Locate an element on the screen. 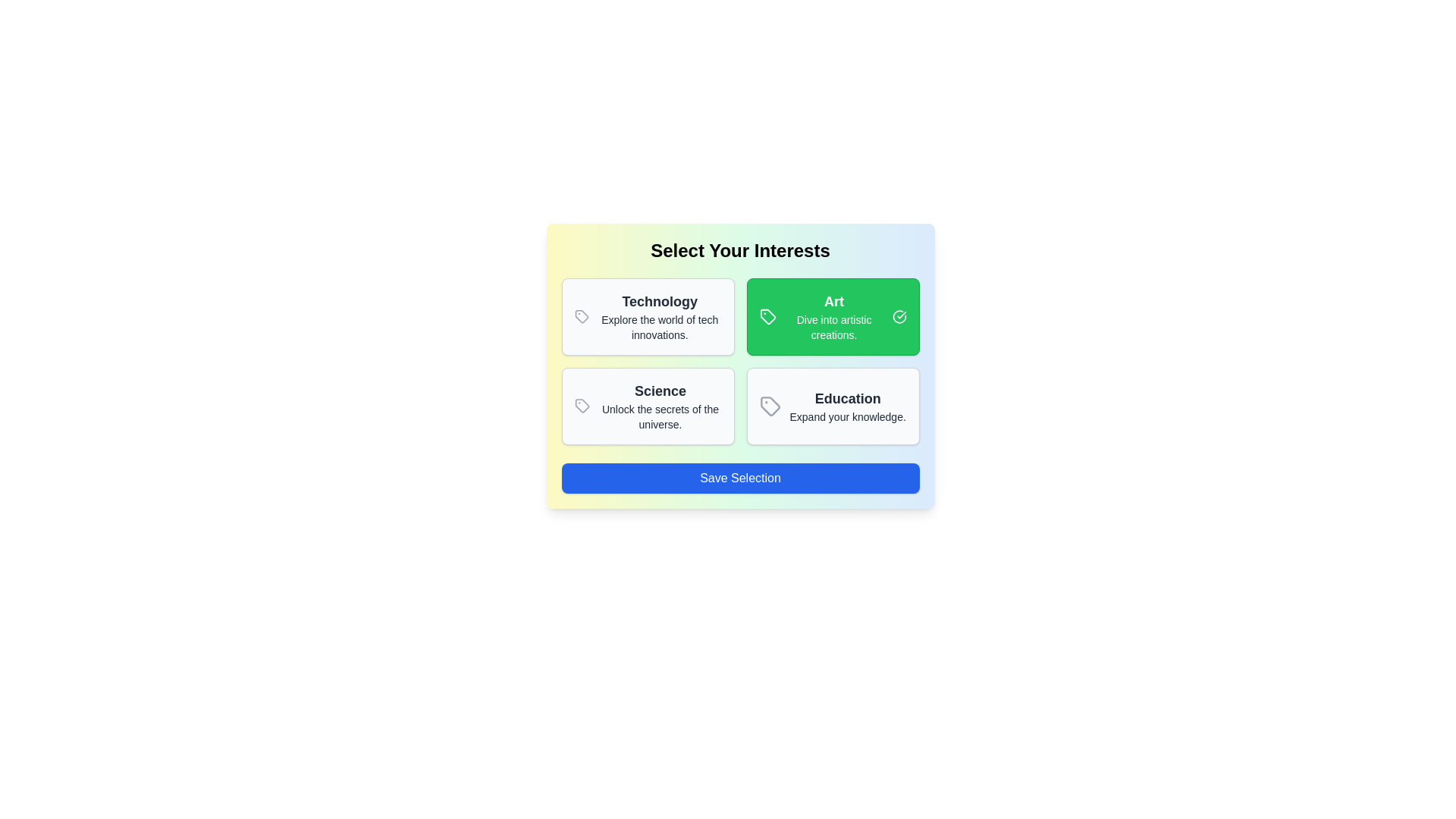 This screenshot has height=819, width=1456. the category card for Technology is located at coordinates (648, 315).